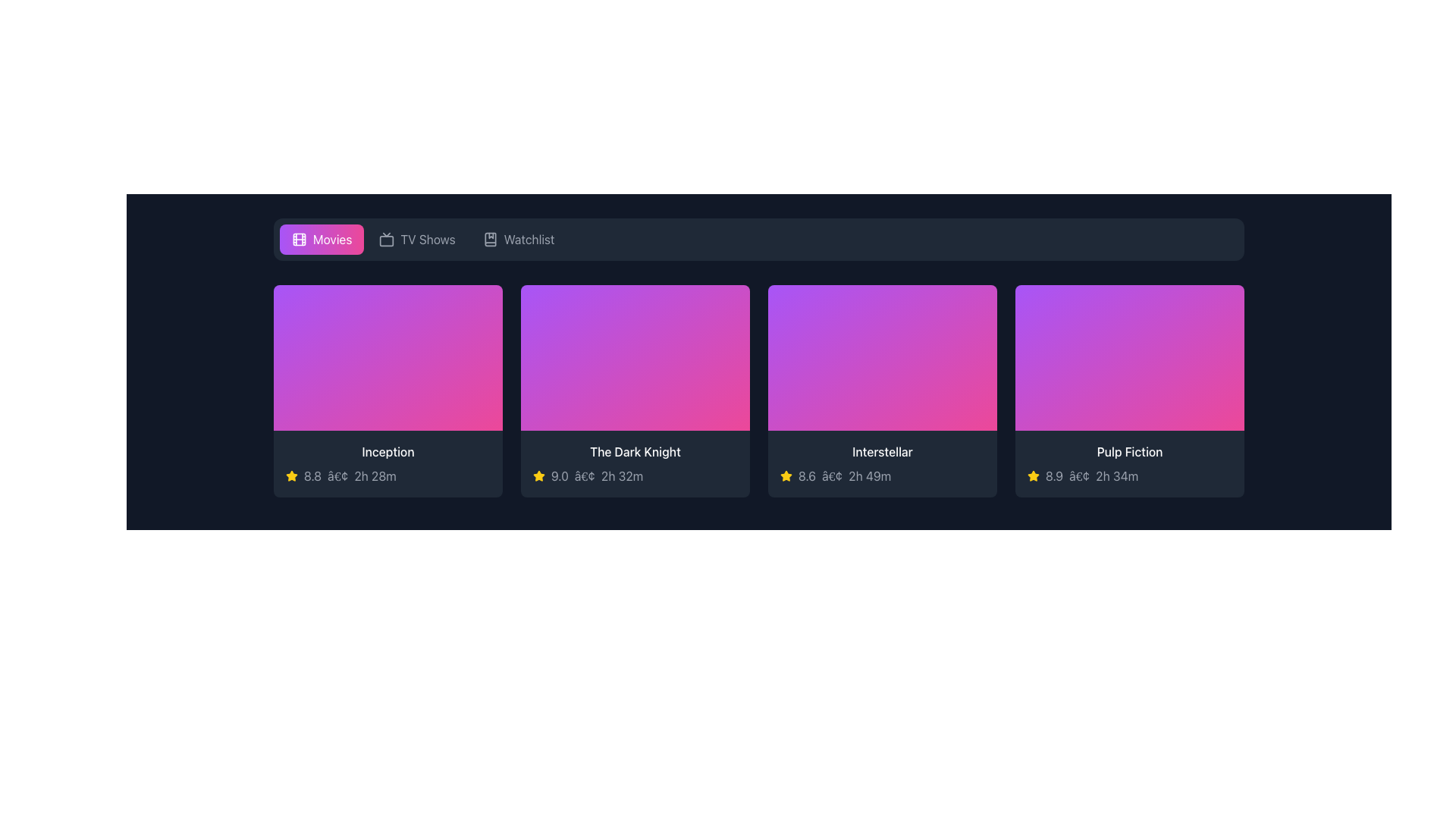 The image size is (1456, 819). I want to click on the rating score text label for the movie 'Pulp Fiction', located below the title in the fourth card of the horizontal list, positioned to the right of the yellow star icon, so click(1053, 475).